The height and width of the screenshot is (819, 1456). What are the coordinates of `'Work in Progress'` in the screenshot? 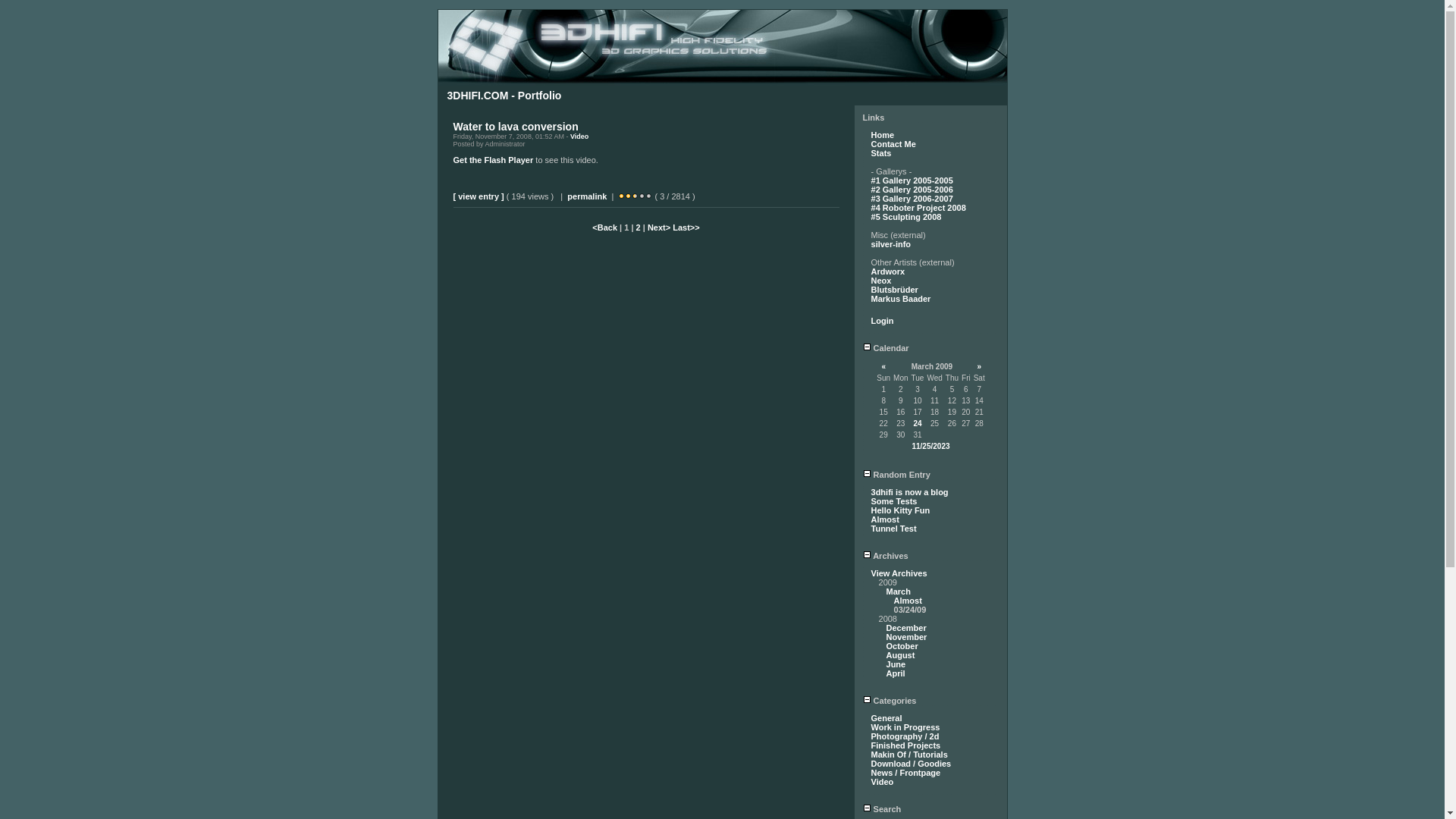 It's located at (871, 726).